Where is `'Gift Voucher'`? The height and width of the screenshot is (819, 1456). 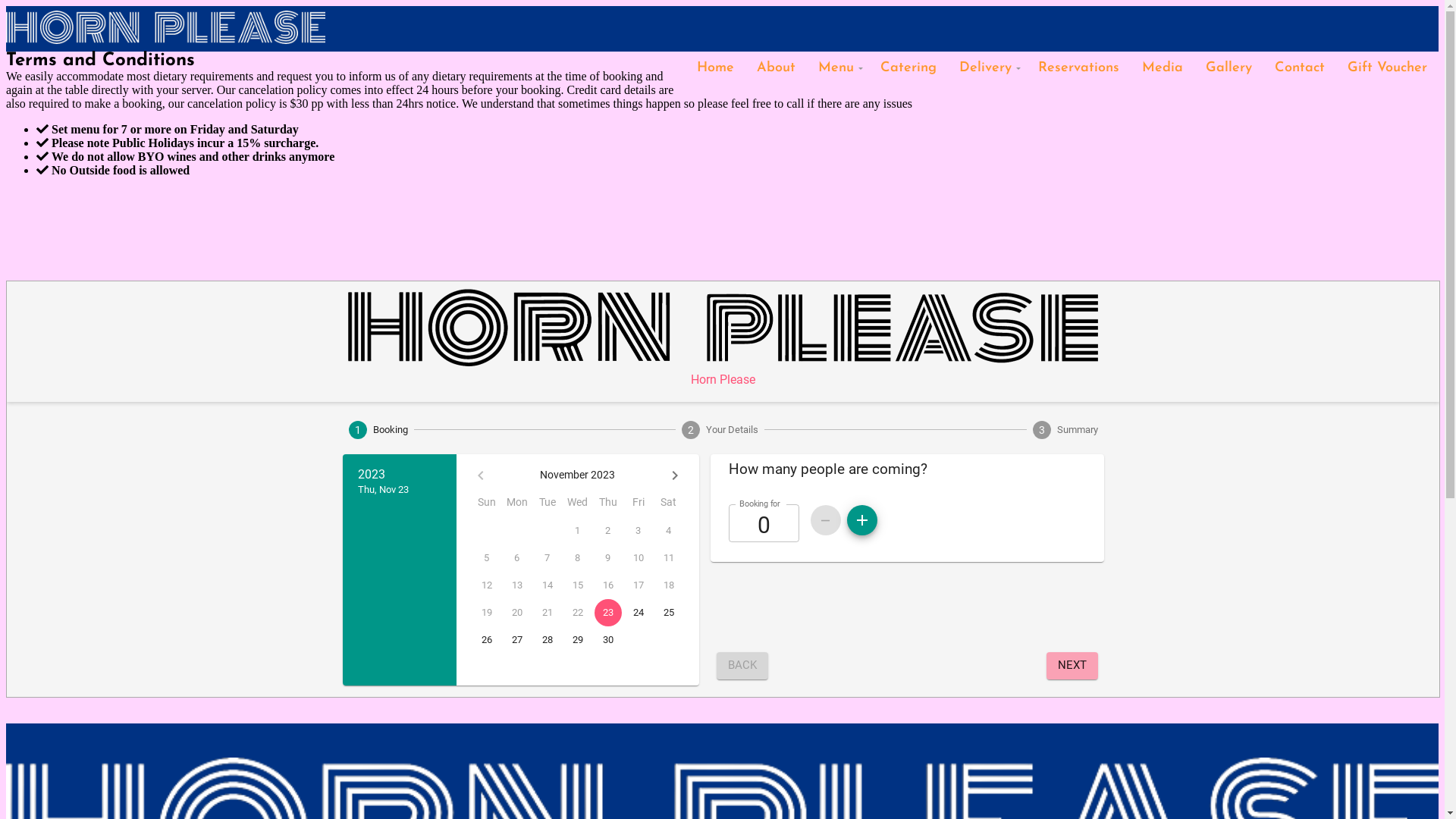 'Gift Voucher' is located at coordinates (1387, 67).